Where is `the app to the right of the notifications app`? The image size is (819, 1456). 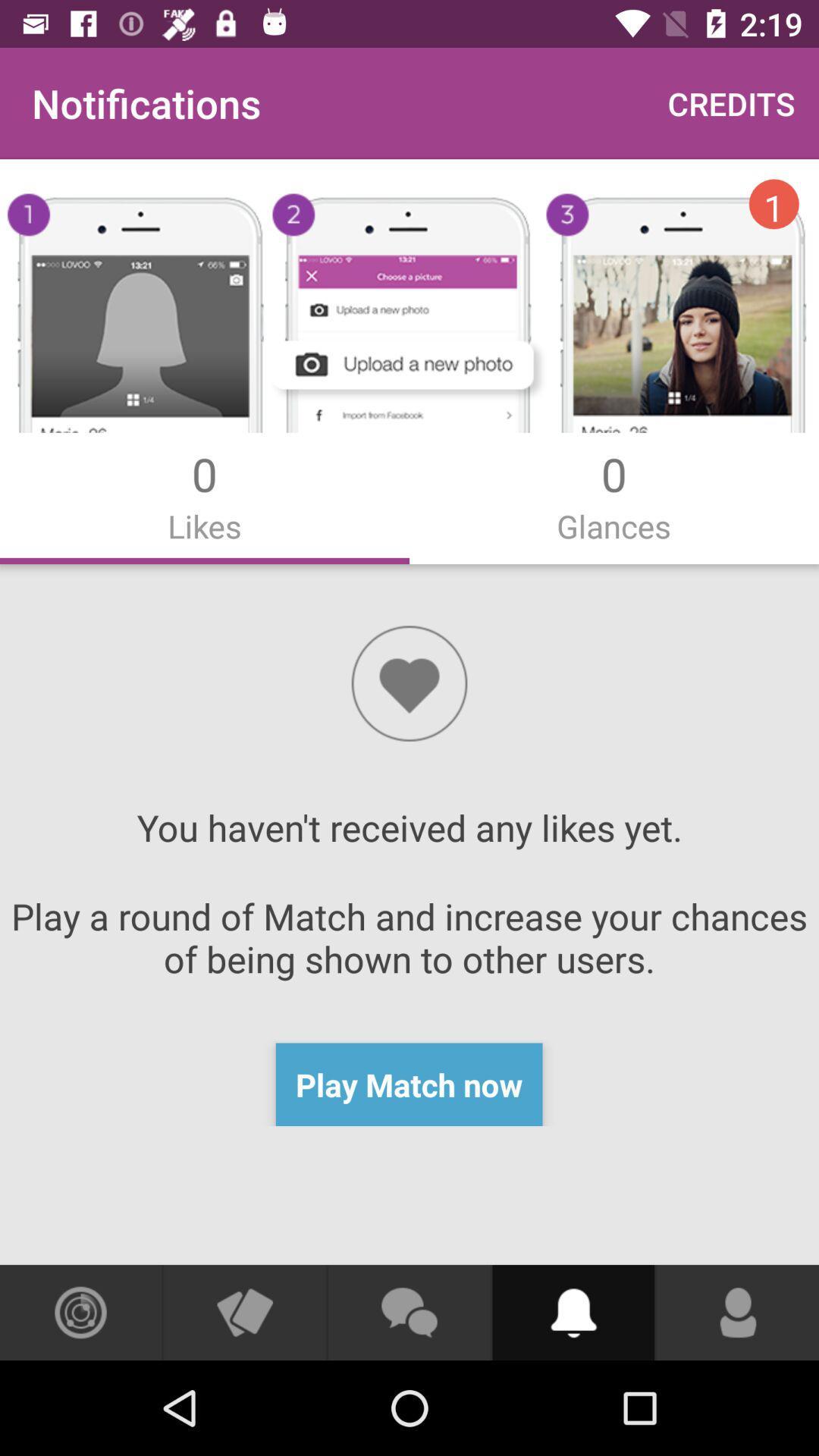 the app to the right of the notifications app is located at coordinates (730, 102).